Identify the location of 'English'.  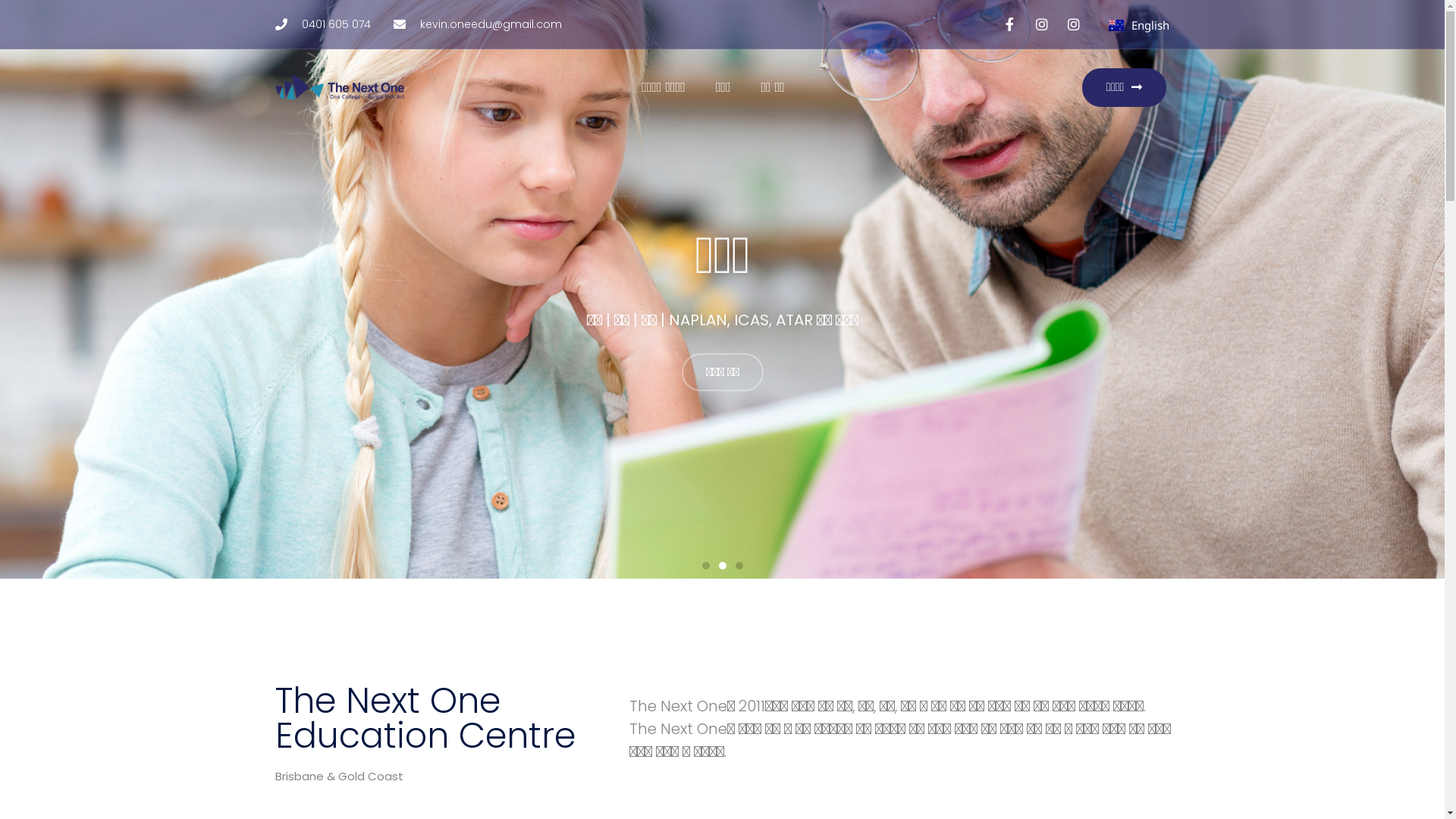
(1139, 25).